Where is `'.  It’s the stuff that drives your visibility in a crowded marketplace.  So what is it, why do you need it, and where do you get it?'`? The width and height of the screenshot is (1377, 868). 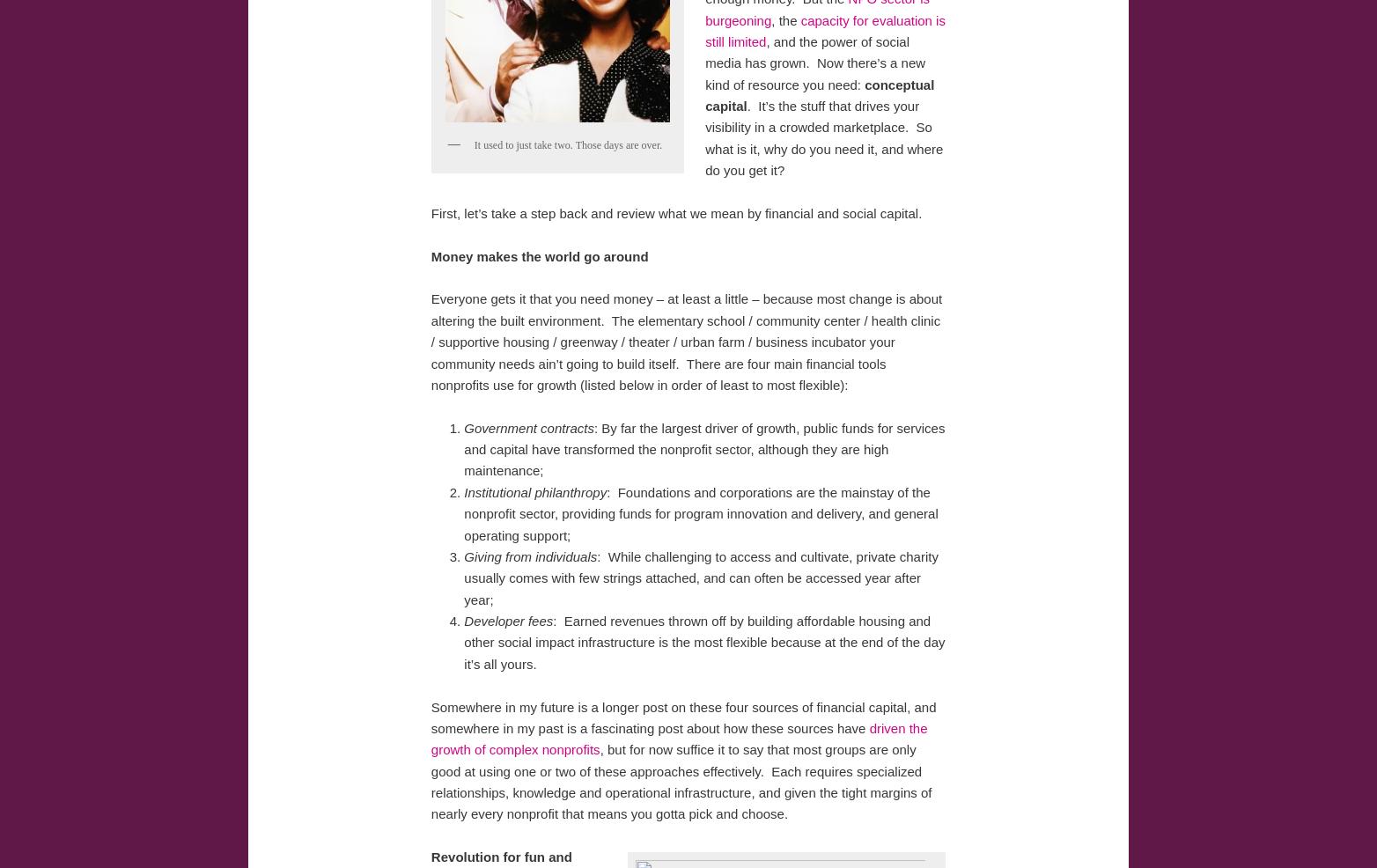
'.  It’s the stuff that drives your visibility in a crowded marketplace.  So what is it, why do you need it, and where do you get it?' is located at coordinates (824, 137).